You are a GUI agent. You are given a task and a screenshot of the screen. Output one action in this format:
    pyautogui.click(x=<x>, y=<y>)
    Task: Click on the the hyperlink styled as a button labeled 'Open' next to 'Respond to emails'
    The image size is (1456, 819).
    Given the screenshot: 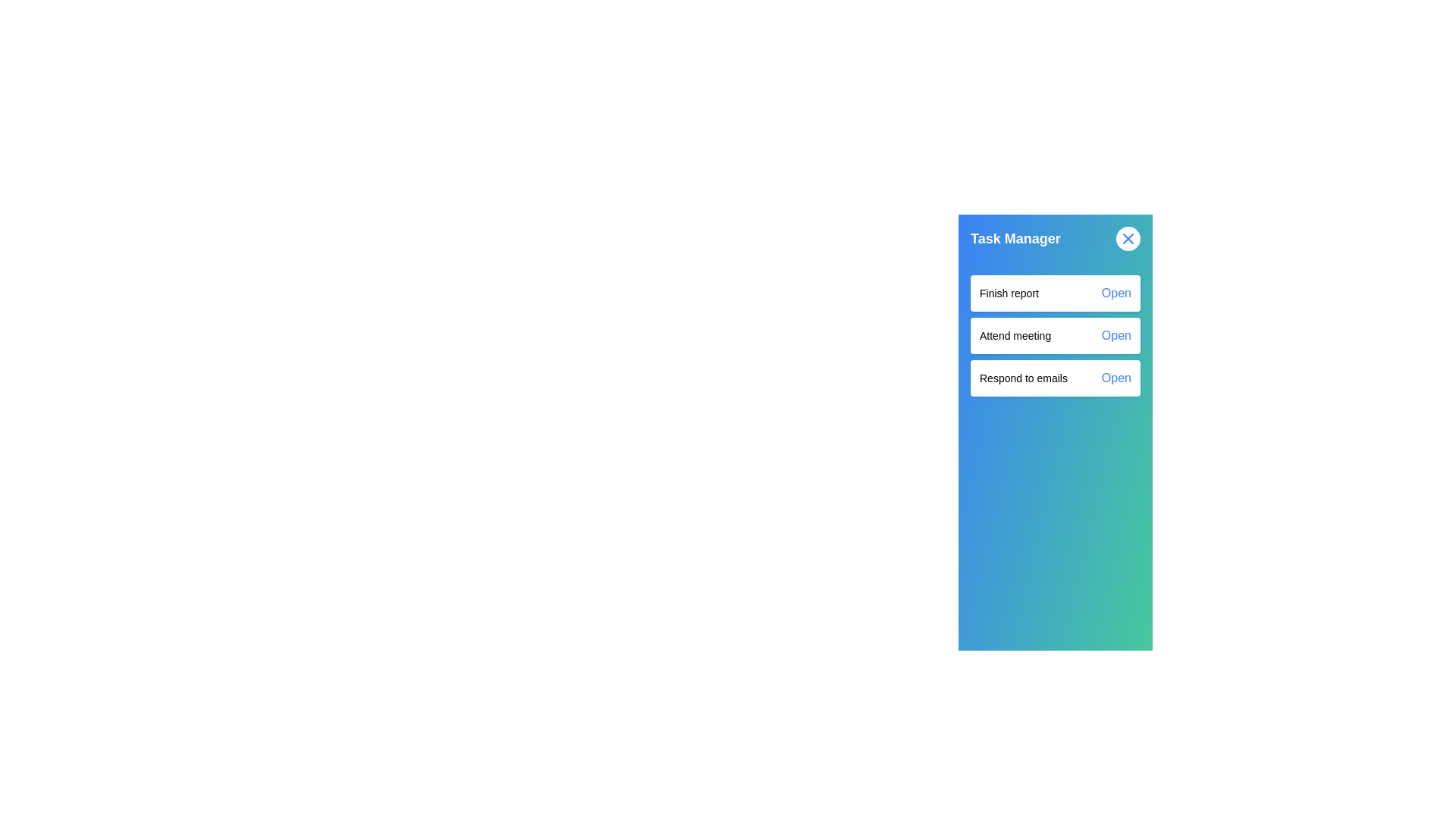 What is the action you would take?
    pyautogui.click(x=1116, y=377)
    